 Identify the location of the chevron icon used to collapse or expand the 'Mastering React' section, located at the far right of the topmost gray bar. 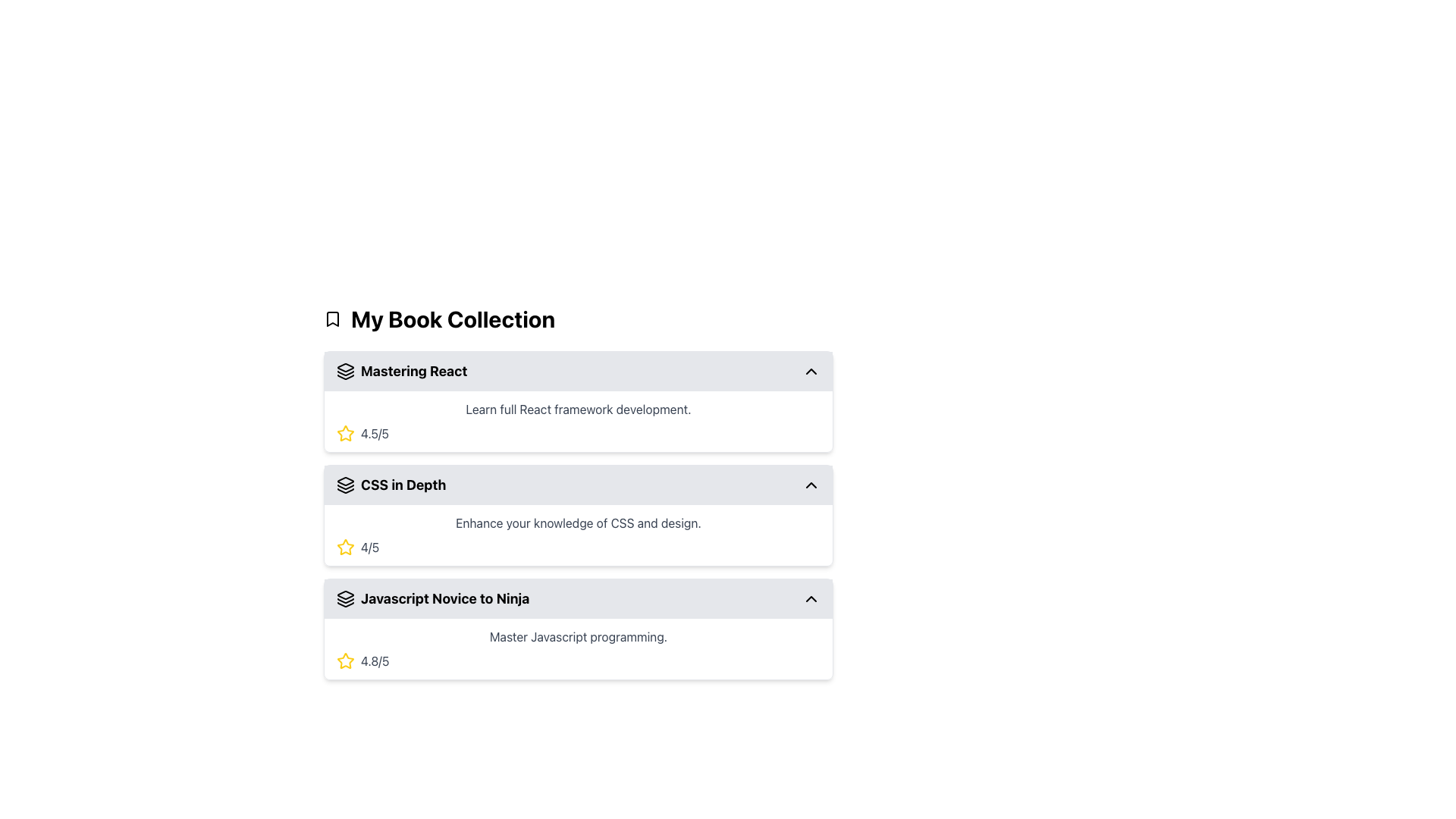
(811, 371).